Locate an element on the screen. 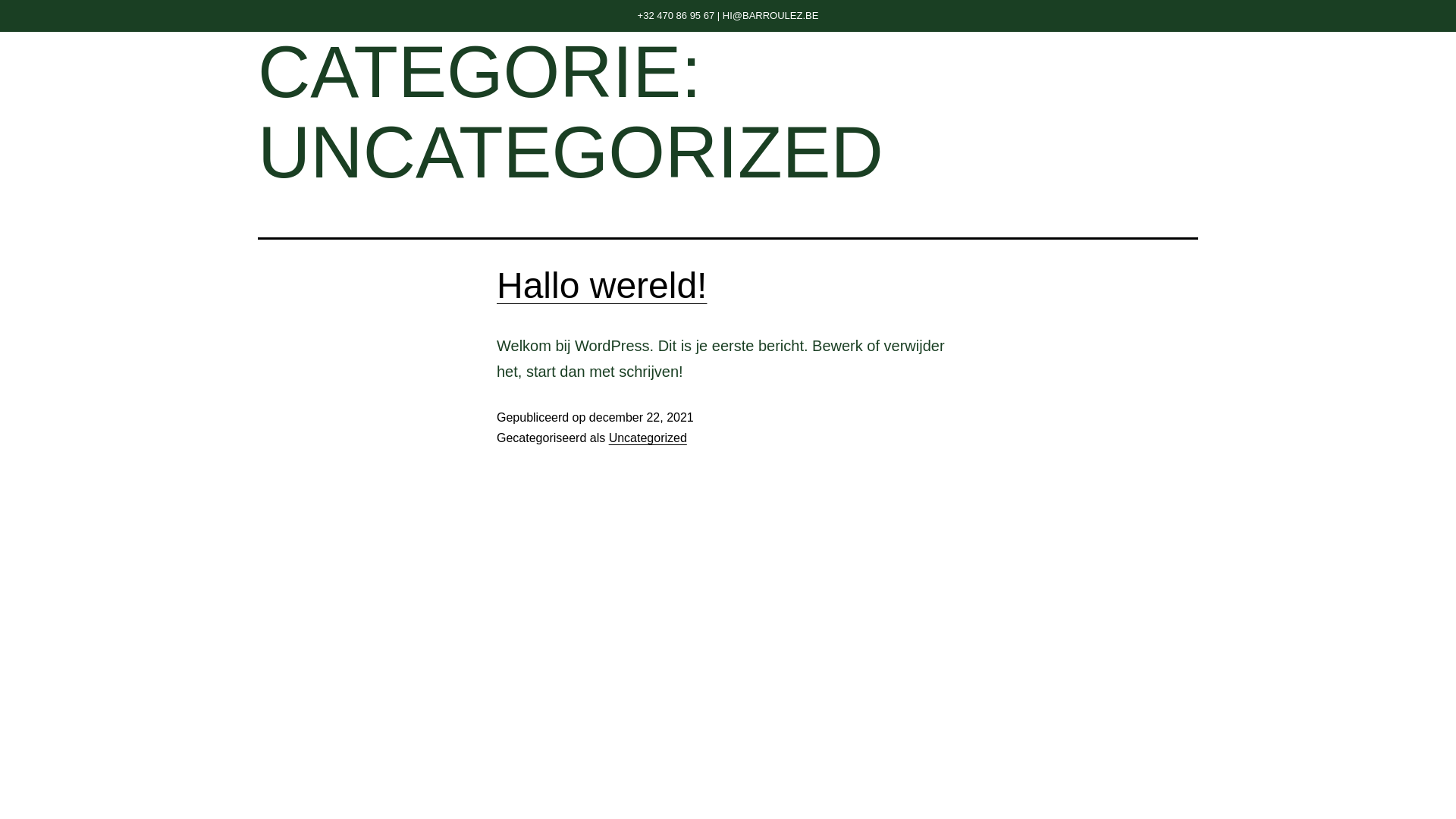  '+32 470 86 95 67' is located at coordinates (676, 15).